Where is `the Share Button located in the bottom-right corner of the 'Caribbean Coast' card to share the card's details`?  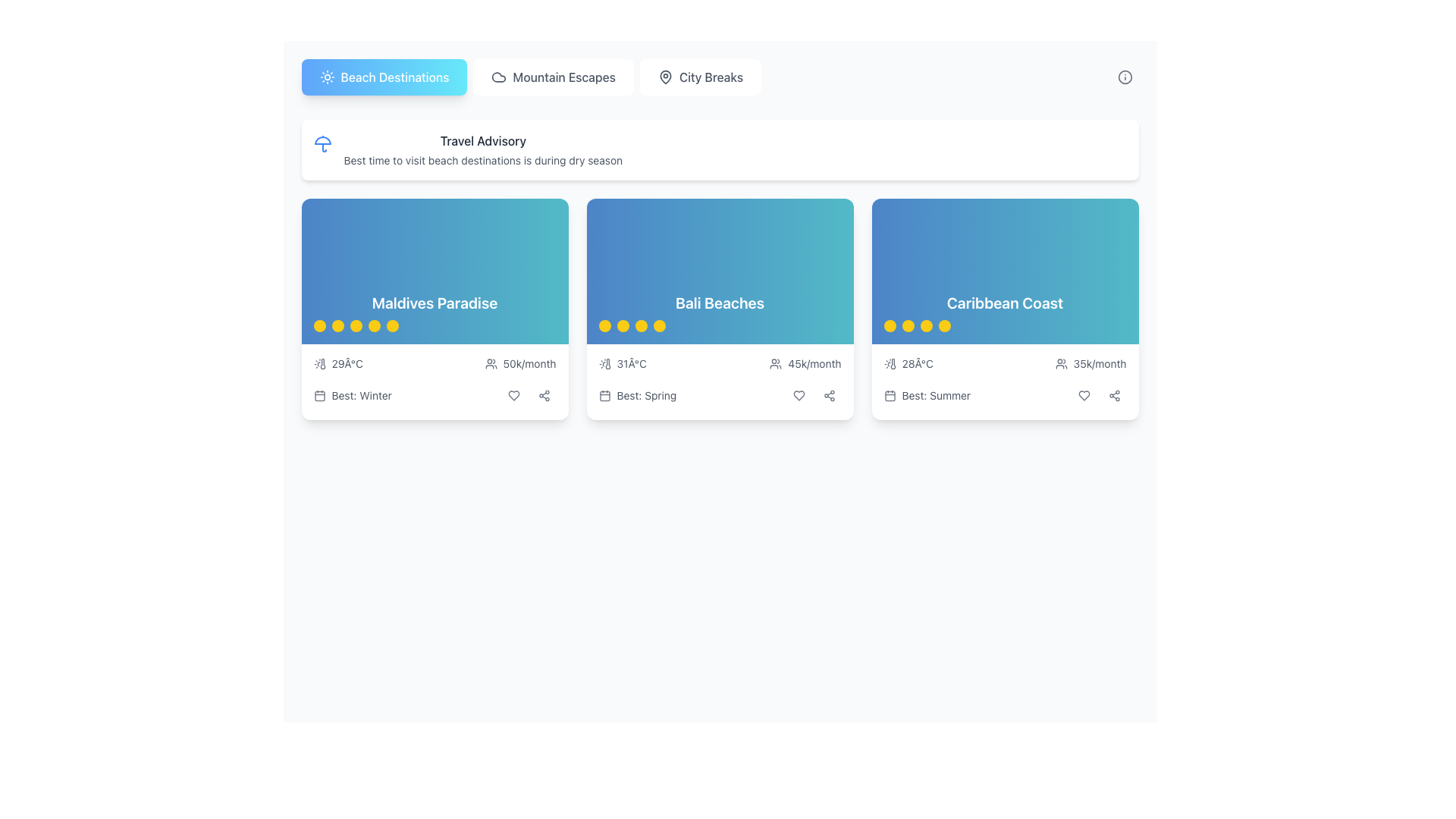
the Share Button located in the bottom-right corner of the 'Caribbean Coast' card to share the card's details is located at coordinates (1114, 394).